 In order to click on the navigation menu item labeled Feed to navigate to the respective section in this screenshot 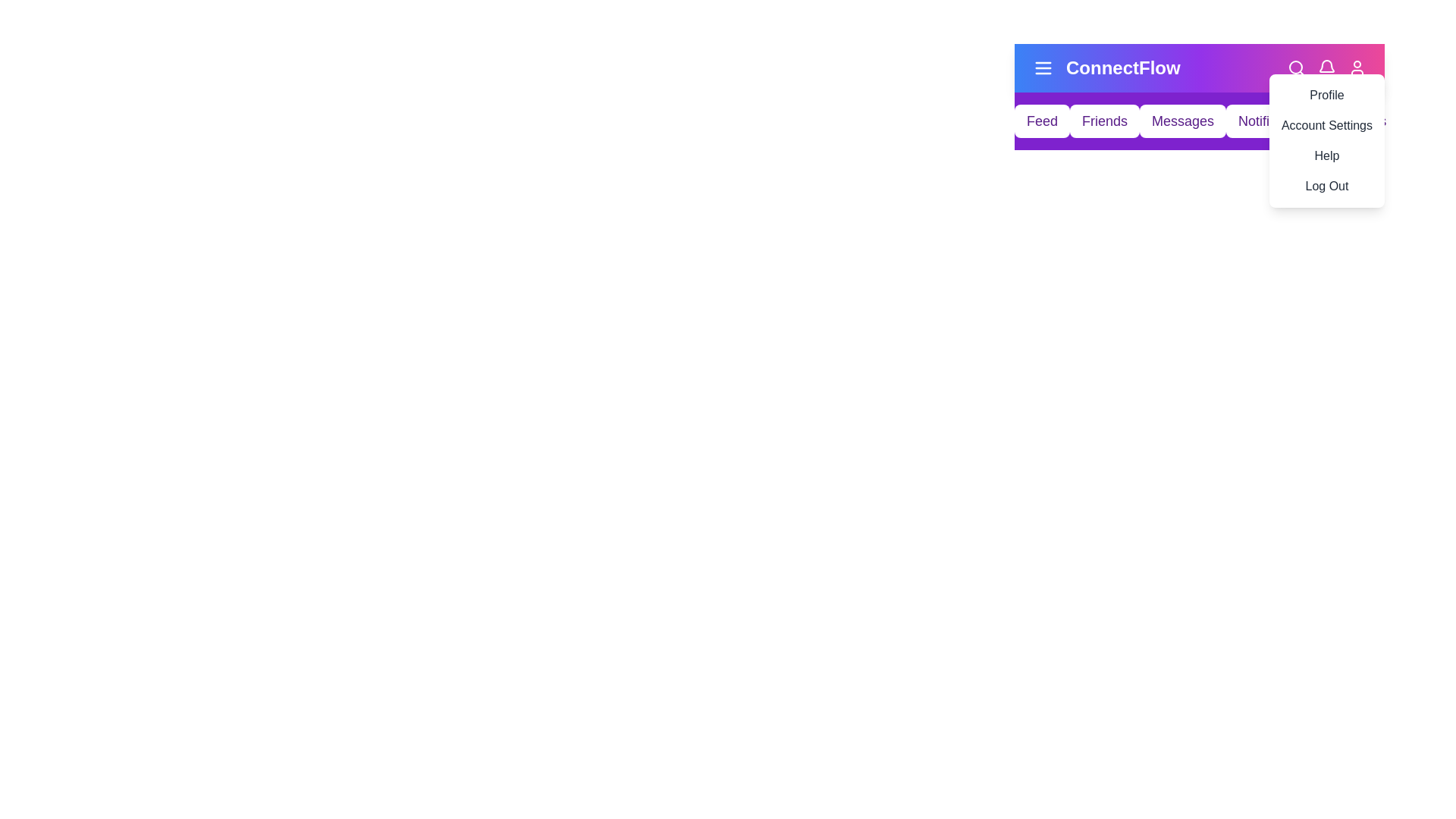, I will do `click(1041, 120)`.